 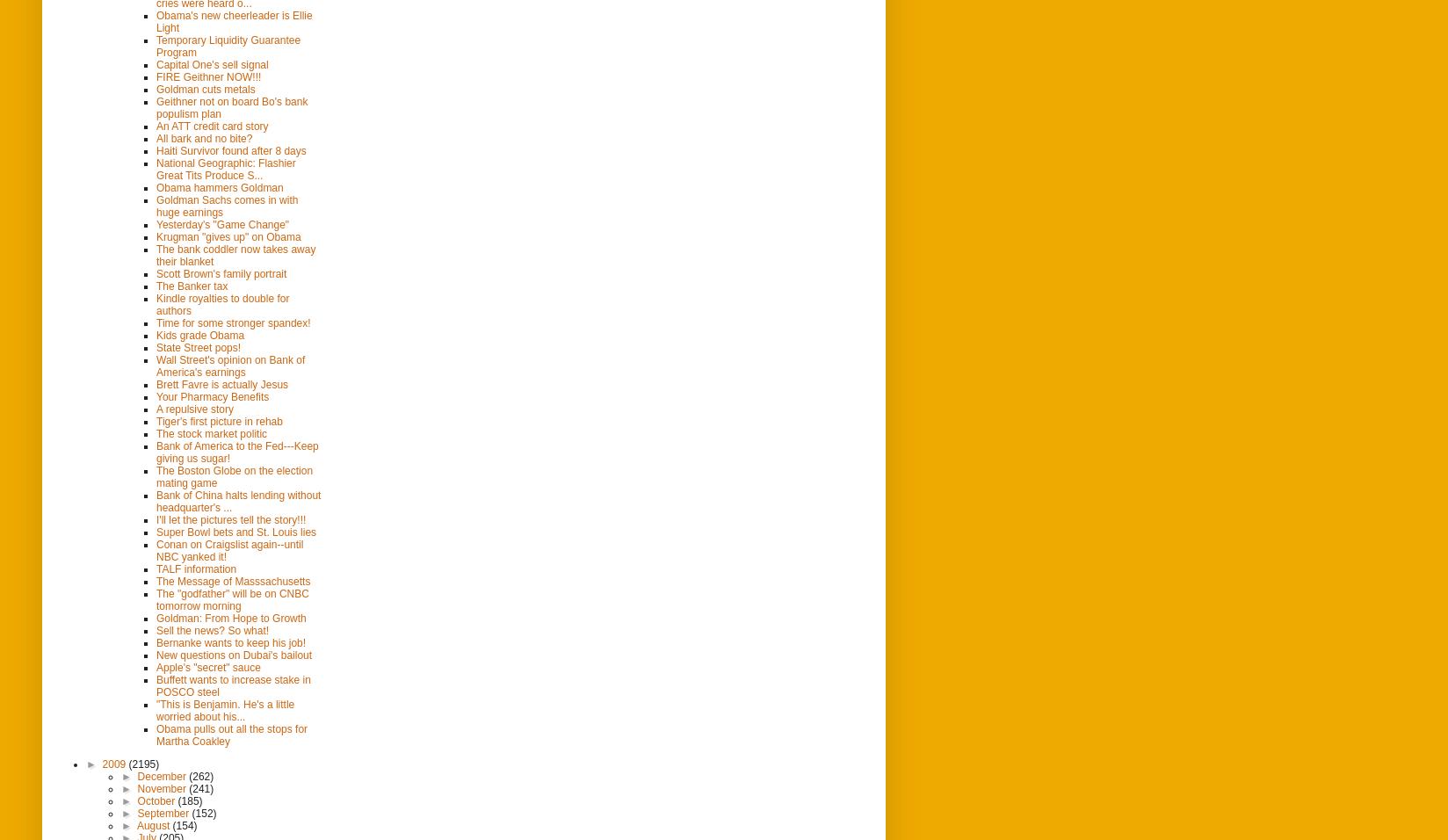 What do you see at coordinates (189, 800) in the screenshot?
I see `'(185)'` at bounding box center [189, 800].